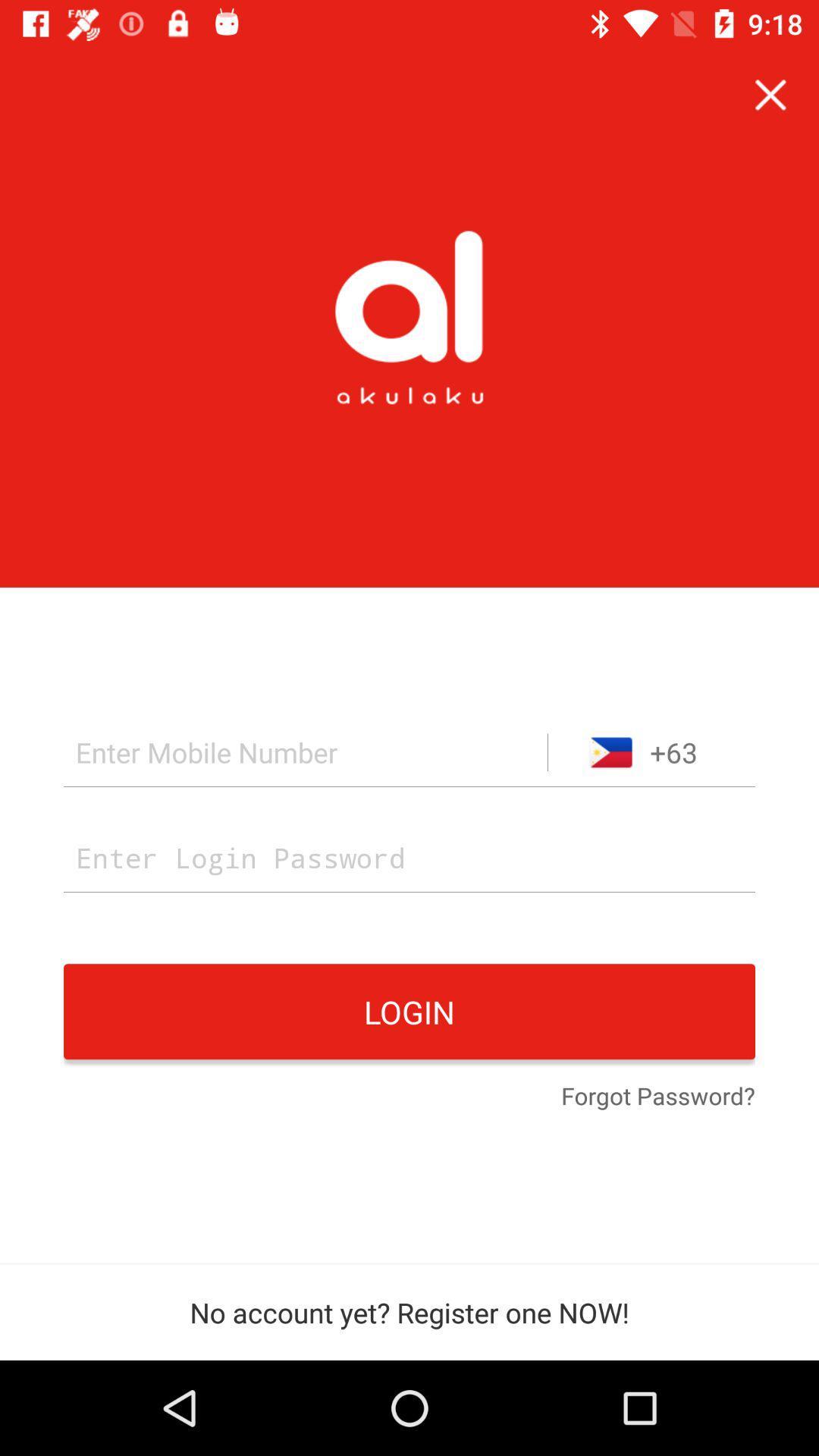 This screenshot has width=819, height=1456. What do you see at coordinates (657, 1097) in the screenshot?
I see `icon at the bottom right corner` at bounding box center [657, 1097].